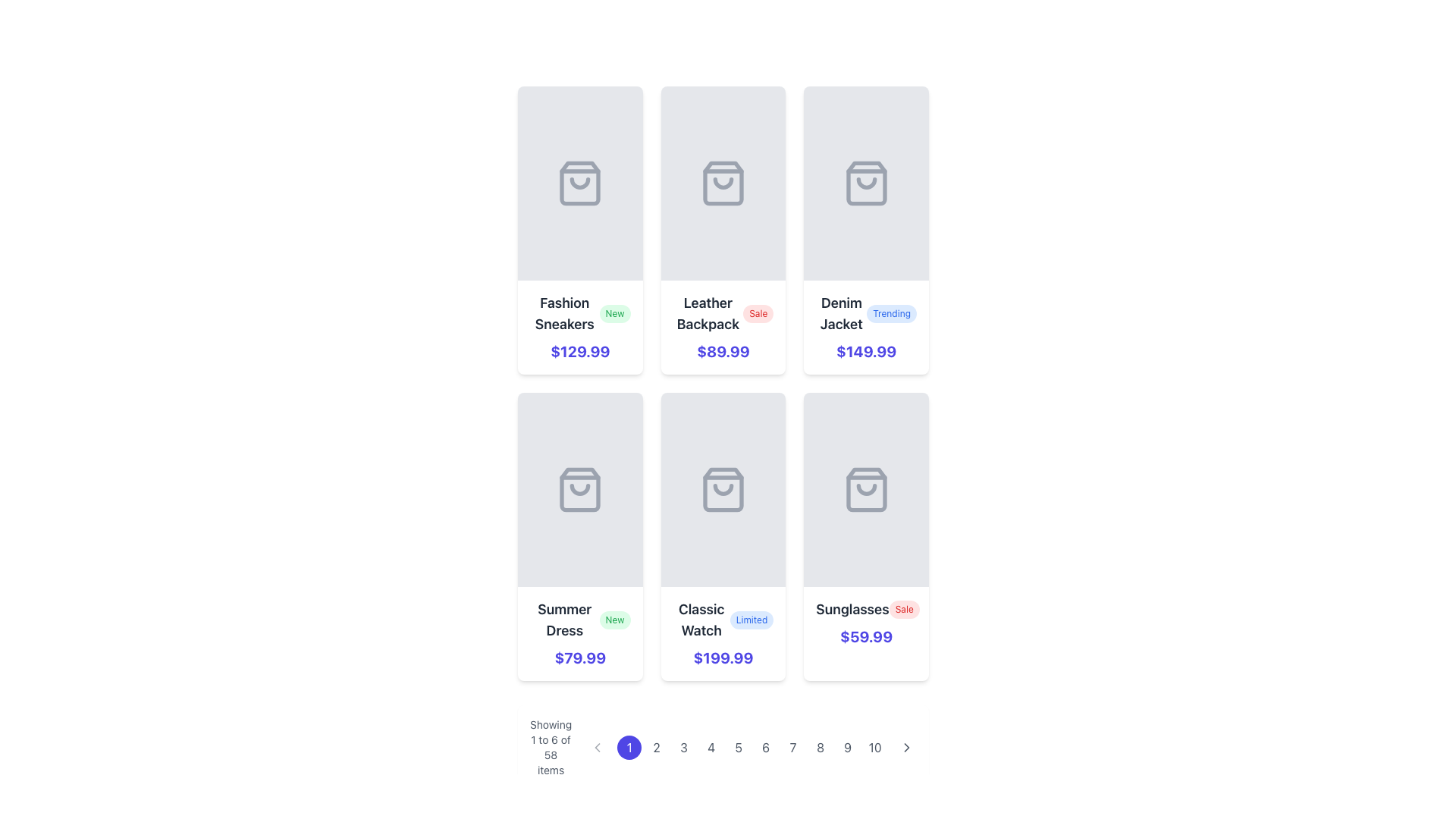 The image size is (1456, 819). I want to click on text content of the 'Classic Watch' text label, which is prominently displayed in bold dark gray font within a white background, located in the second row and third column of the grid layout, so click(701, 620).